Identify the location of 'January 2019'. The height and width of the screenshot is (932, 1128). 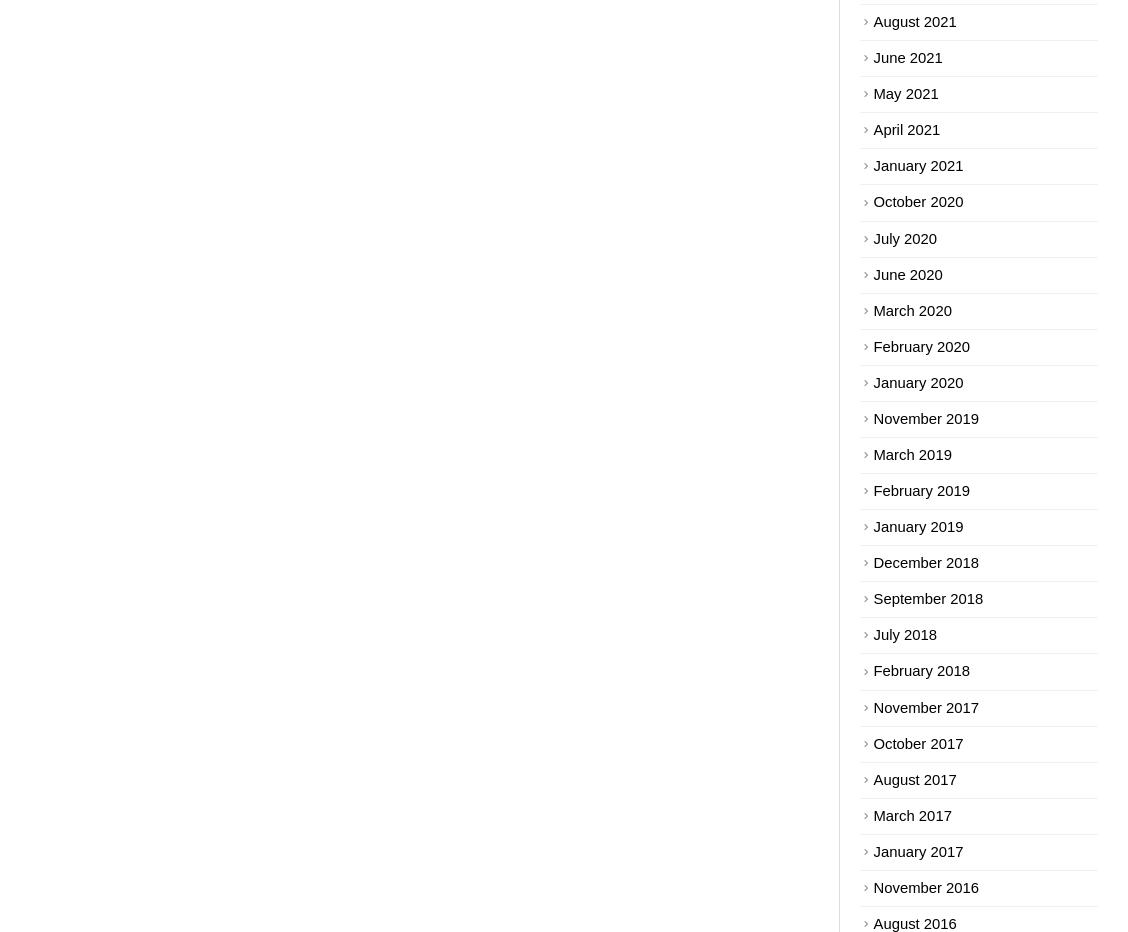
(916, 527).